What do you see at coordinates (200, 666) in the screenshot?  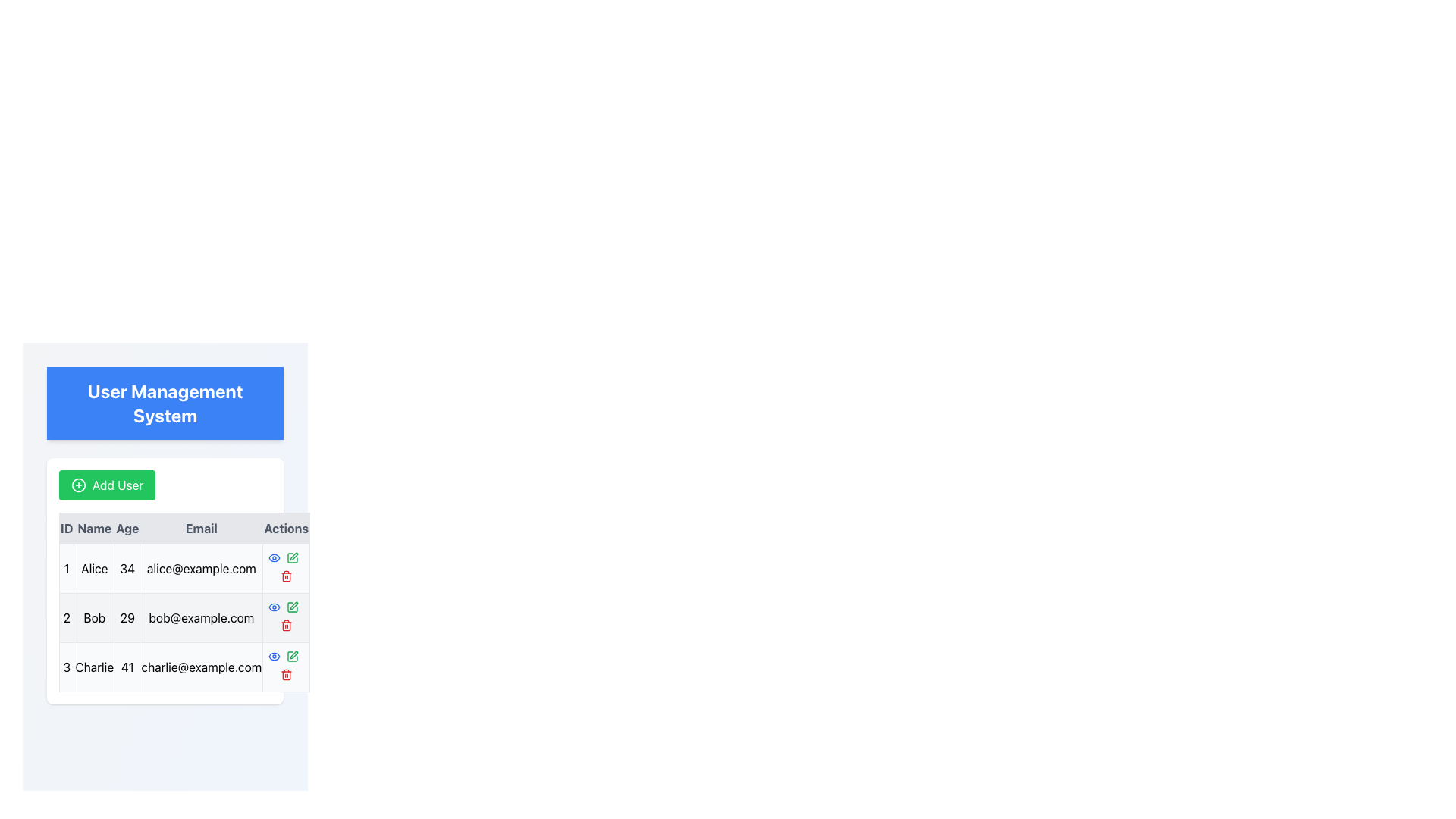 I see `the text label displaying the email 'charlie@example.com' located in the fourth column of the third row in the data table` at bounding box center [200, 666].